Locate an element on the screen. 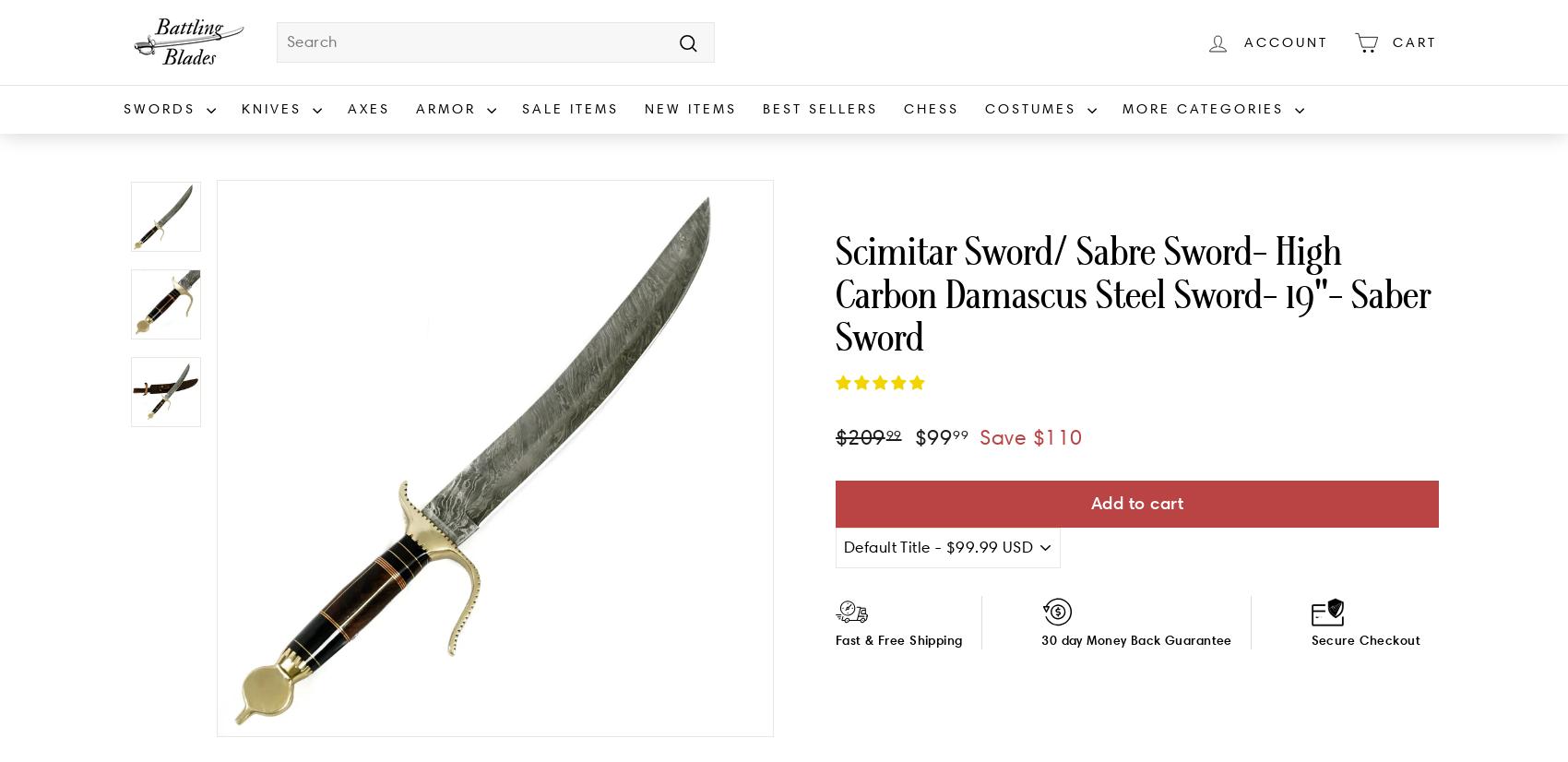  'Secure Checkout' is located at coordinates (1364, 637).